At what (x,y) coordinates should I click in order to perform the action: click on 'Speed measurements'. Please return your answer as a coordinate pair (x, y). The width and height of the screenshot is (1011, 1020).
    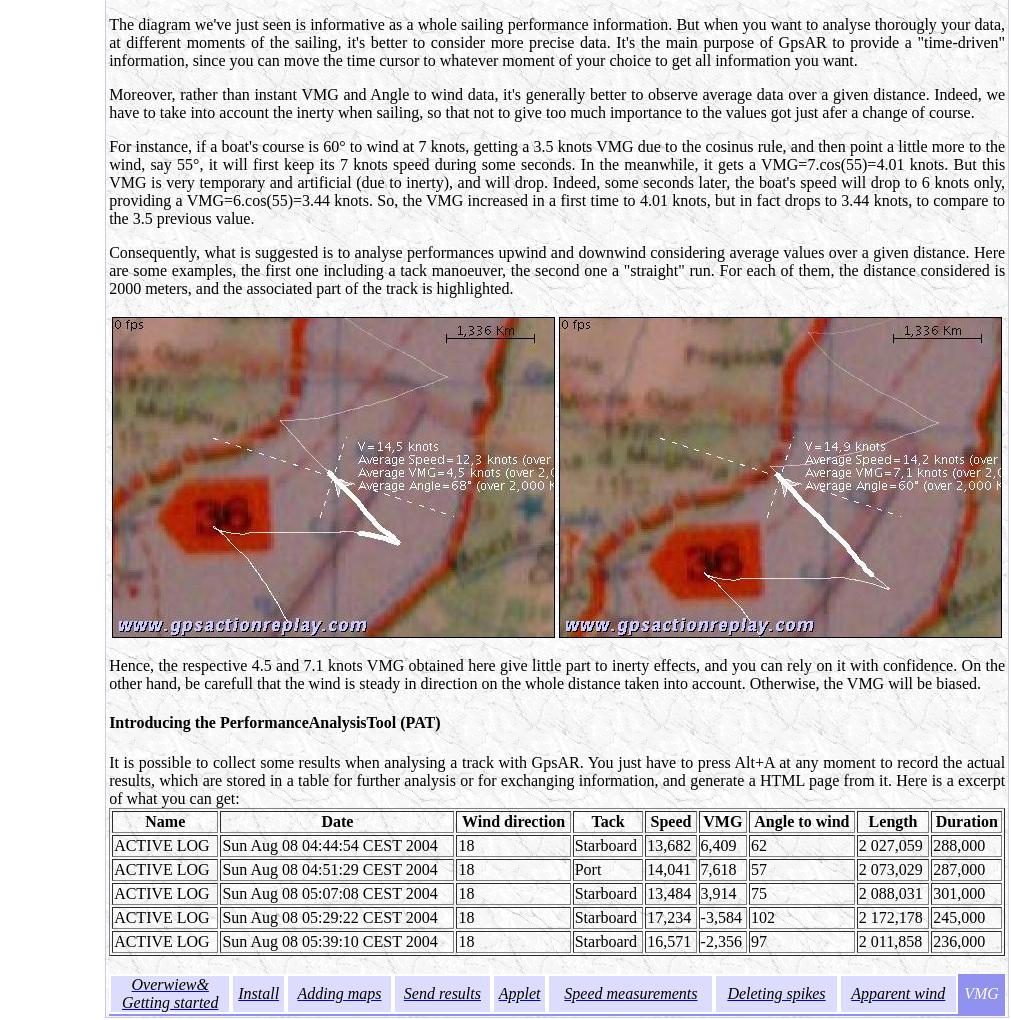
    Looking at the image, I should click on (630, 992).